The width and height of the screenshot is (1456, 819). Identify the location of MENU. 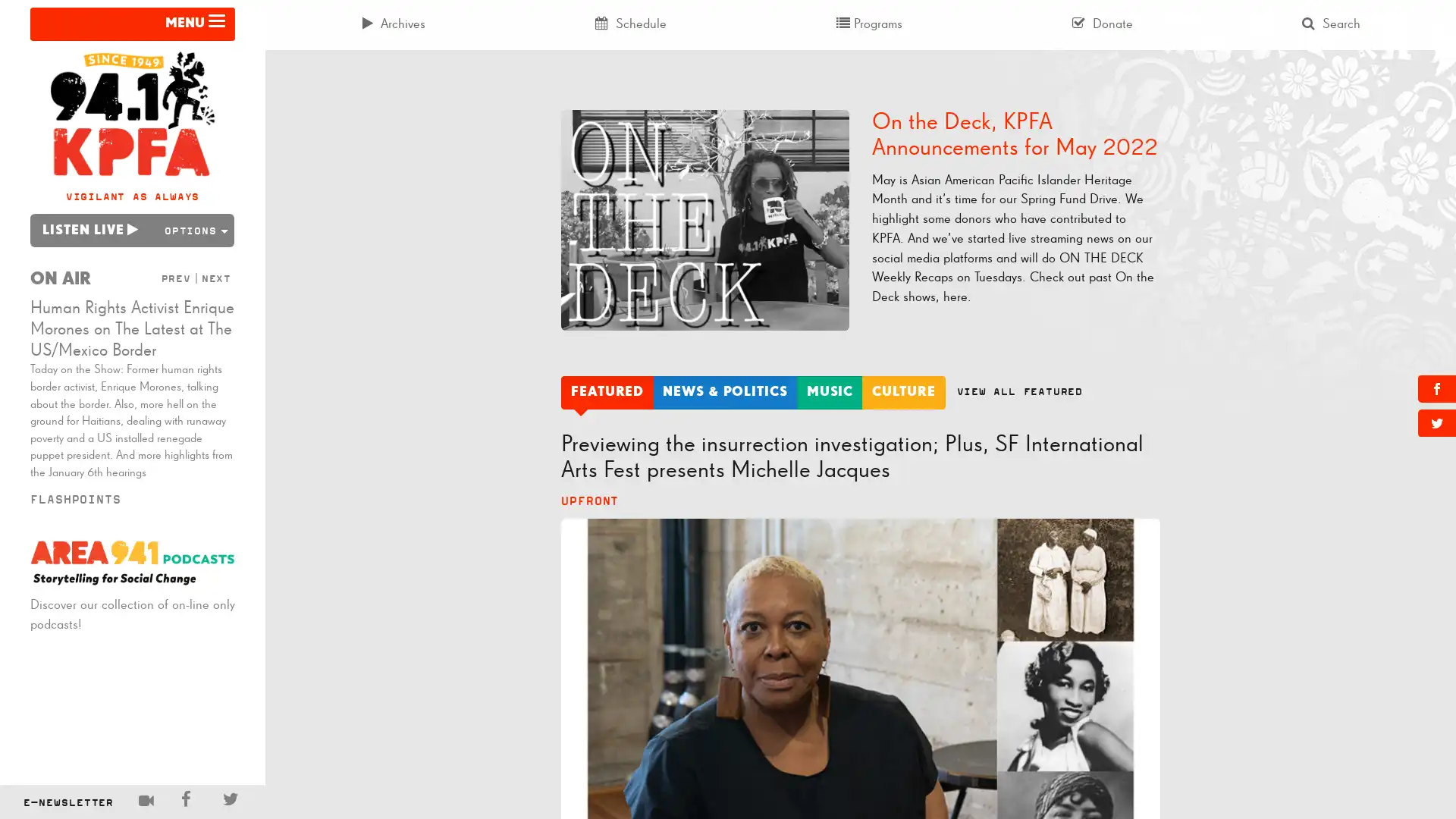
(132, 24).